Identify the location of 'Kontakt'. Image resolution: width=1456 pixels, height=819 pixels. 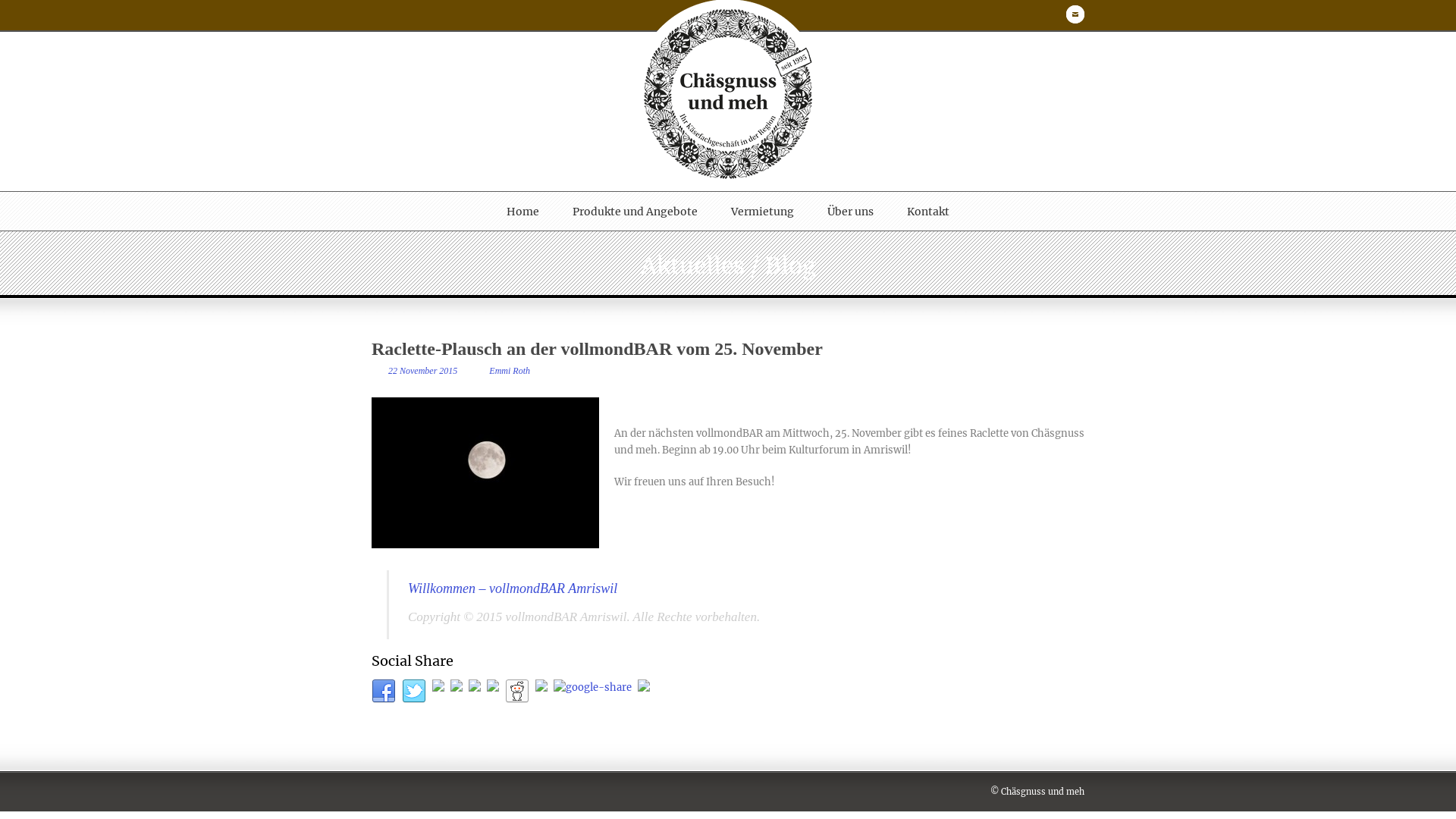
(927, 211).